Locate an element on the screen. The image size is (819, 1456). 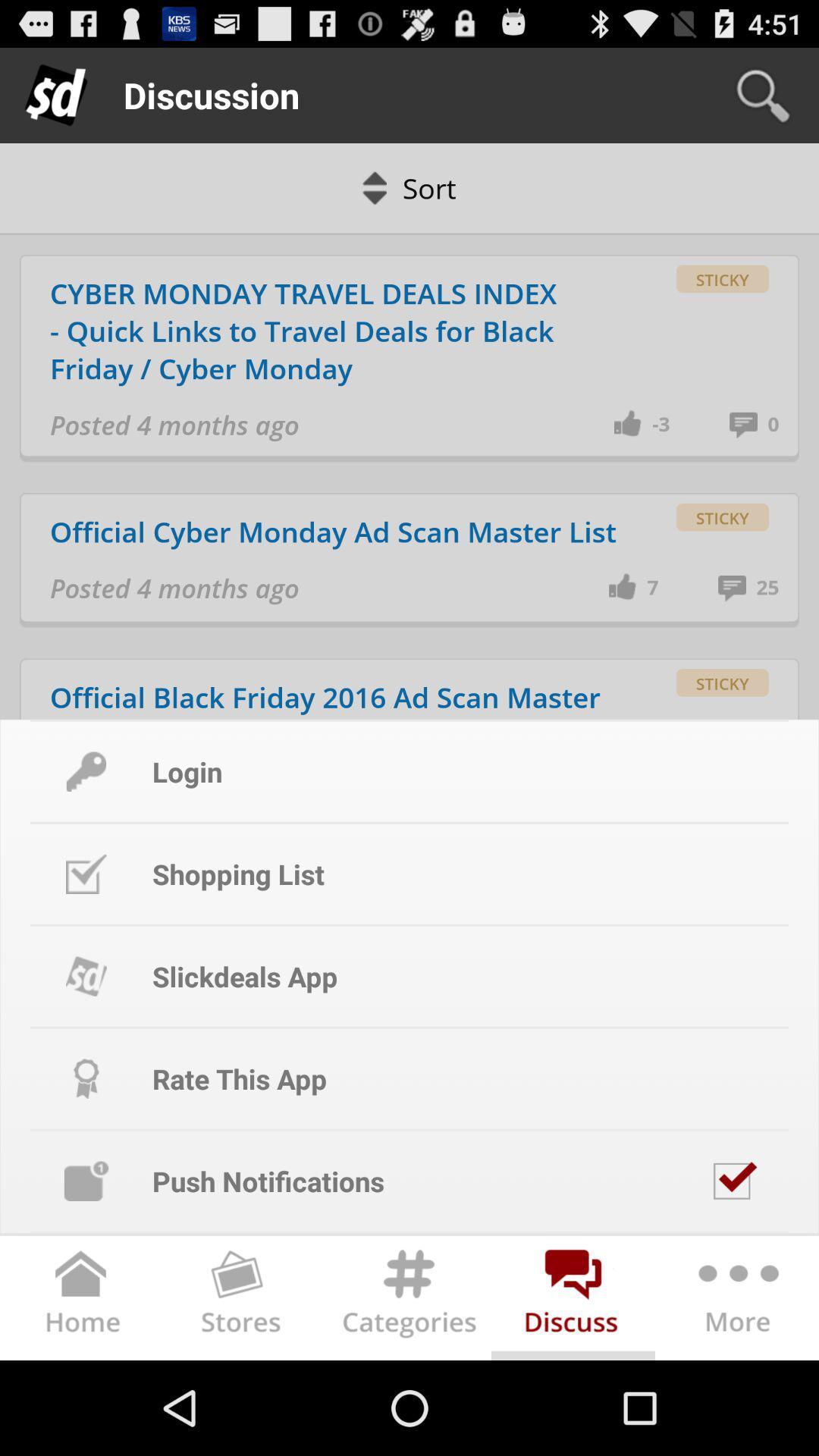
search icon is located at coordinates (763, 94).